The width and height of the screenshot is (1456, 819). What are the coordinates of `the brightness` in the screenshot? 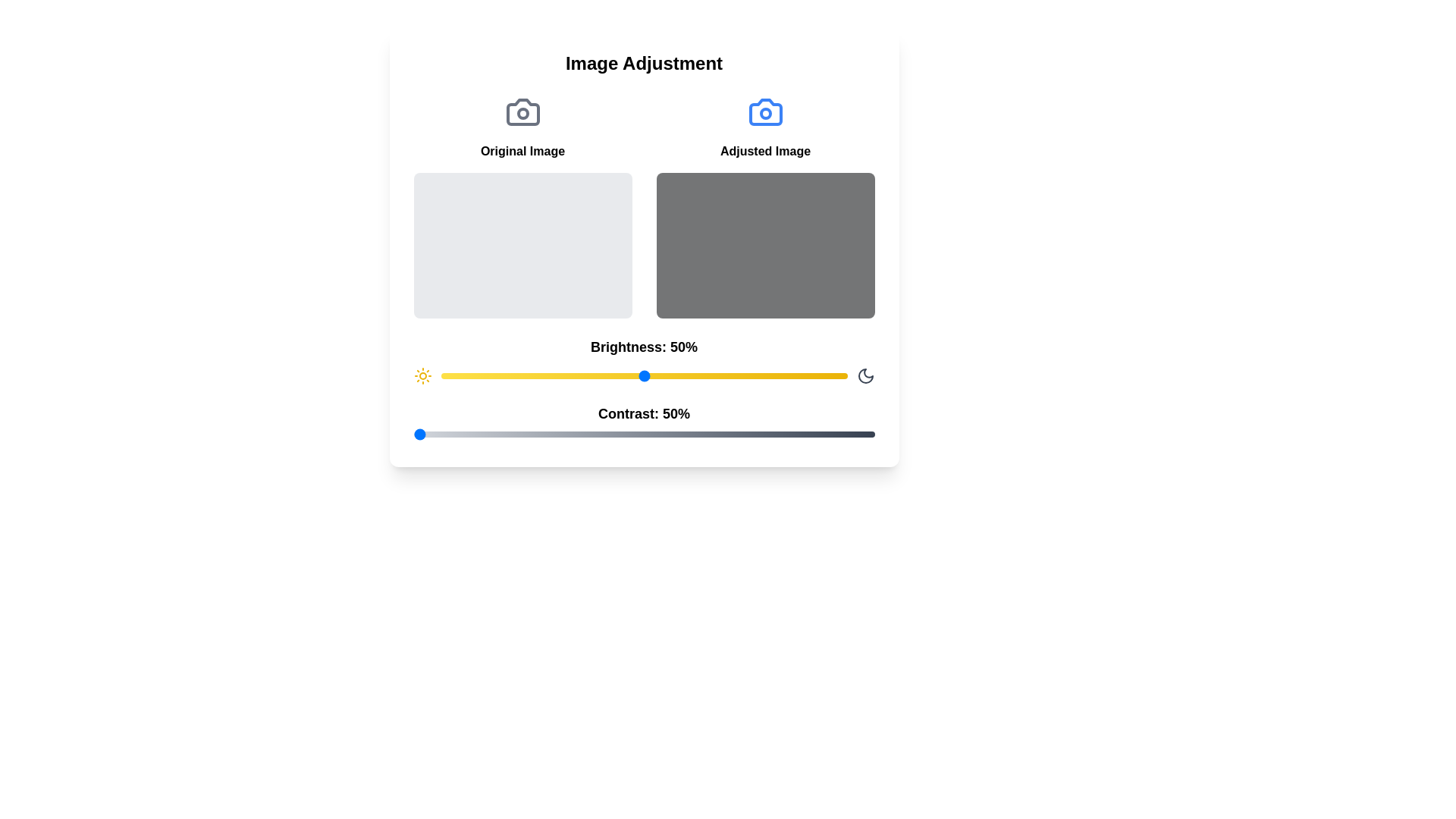 It's located at (786, 375).